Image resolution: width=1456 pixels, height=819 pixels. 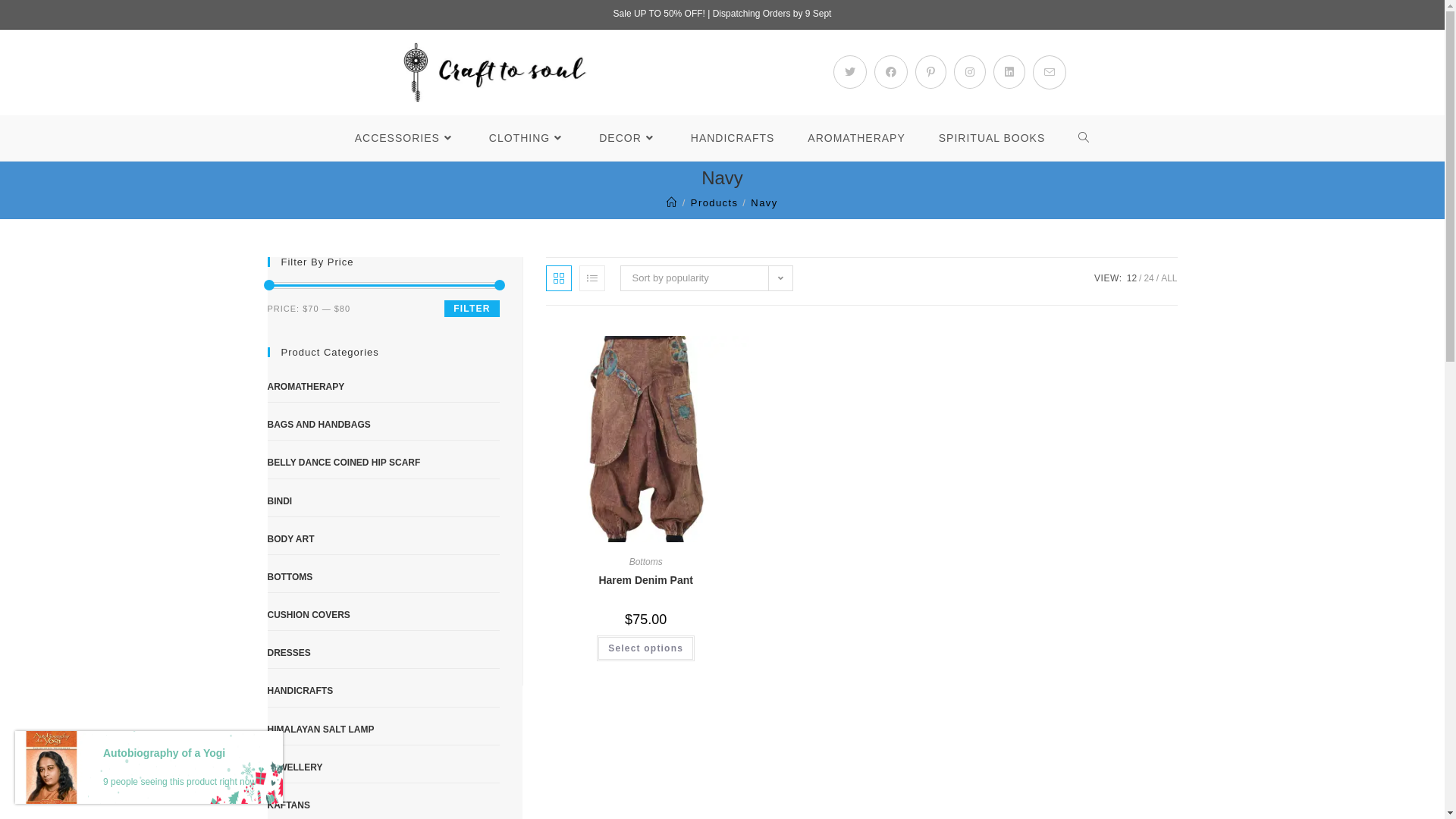 What do you see at coordinates (382, 462) in the screenshot?
I see `'BELLY DANCE COINED HIP SCARF'` at bounding box center [382, 462].